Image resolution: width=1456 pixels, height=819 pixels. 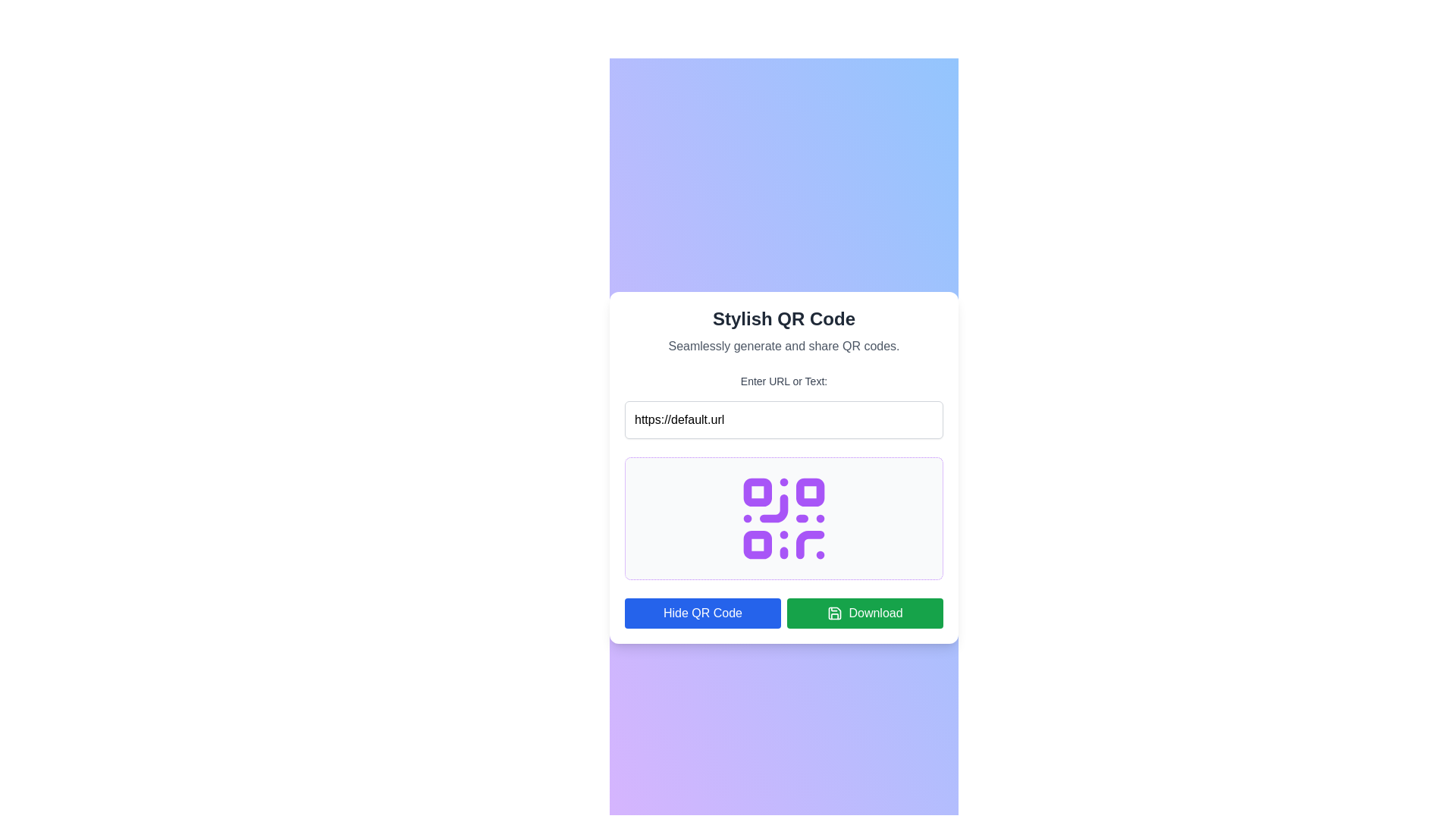 I want to click on the second button at the bottom of the interface, which allows users to download the generated QR code or associated content, so click(x=865, y=613).